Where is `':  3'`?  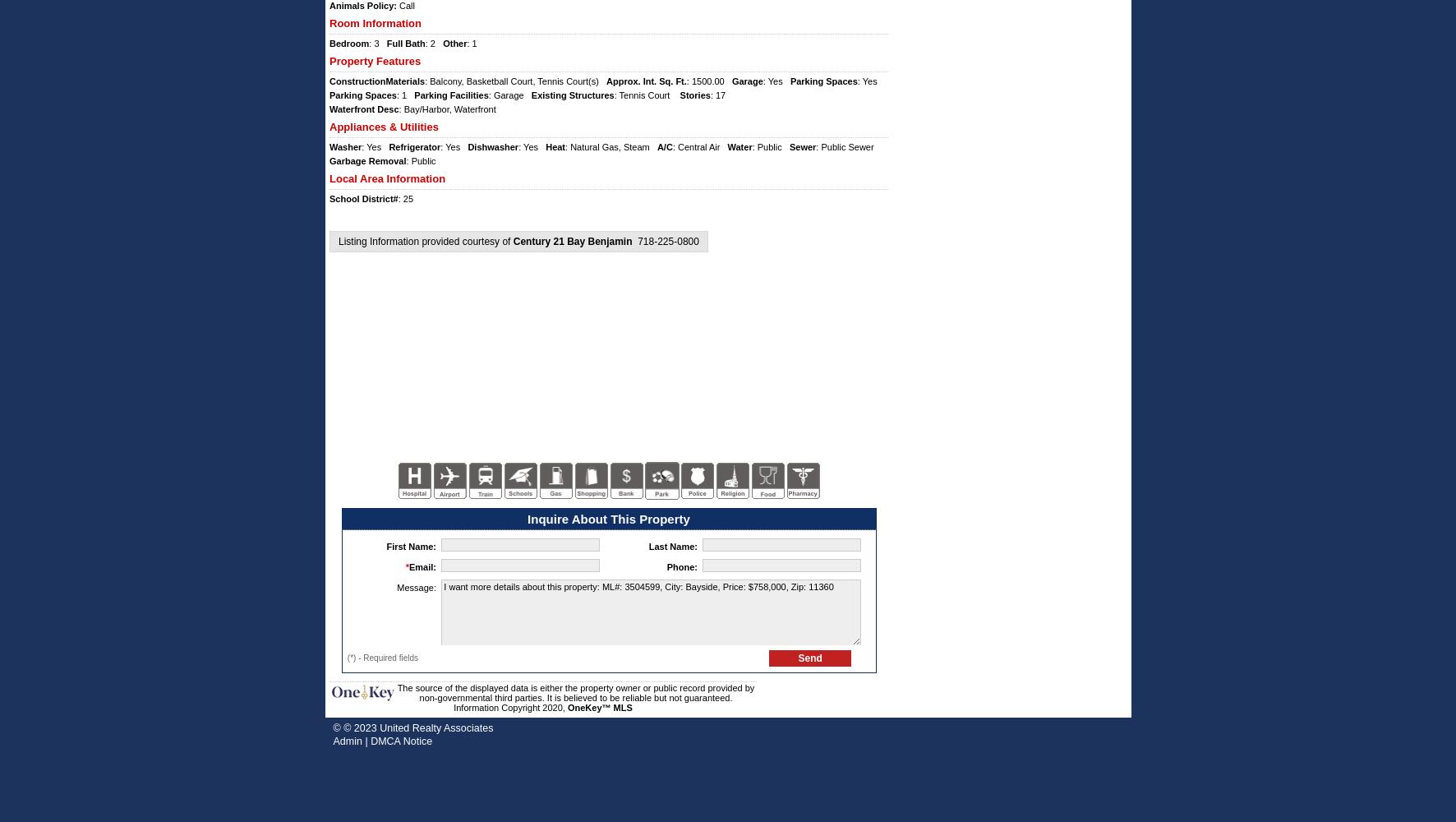
':  3' is located at coordinates (376, 44).